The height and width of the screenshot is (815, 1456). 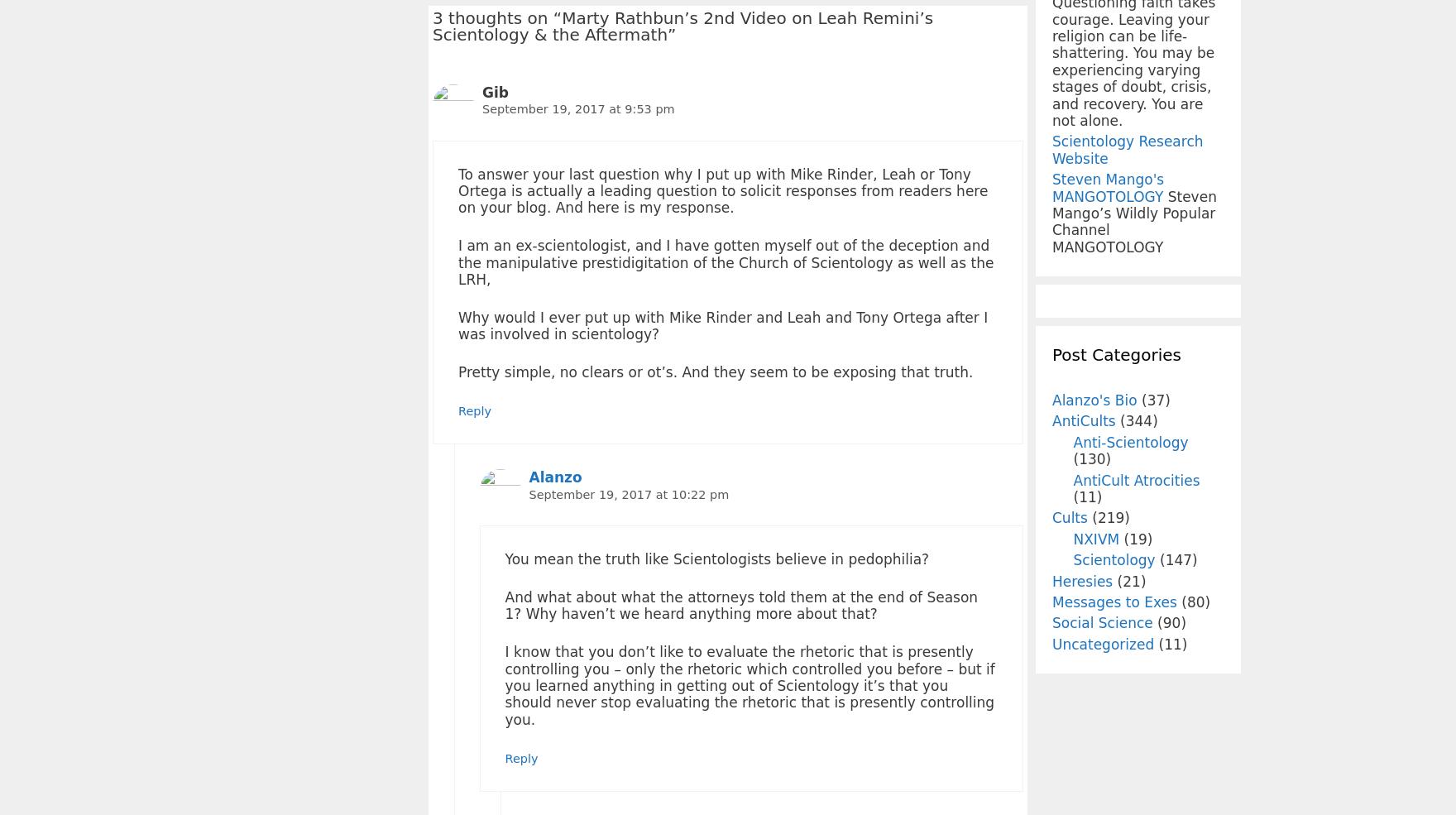 What do you see at coordinates (1136, 479) in the screenshot?
I see `'AntiCult Atrocities'` at bounding box center [1136, 479].